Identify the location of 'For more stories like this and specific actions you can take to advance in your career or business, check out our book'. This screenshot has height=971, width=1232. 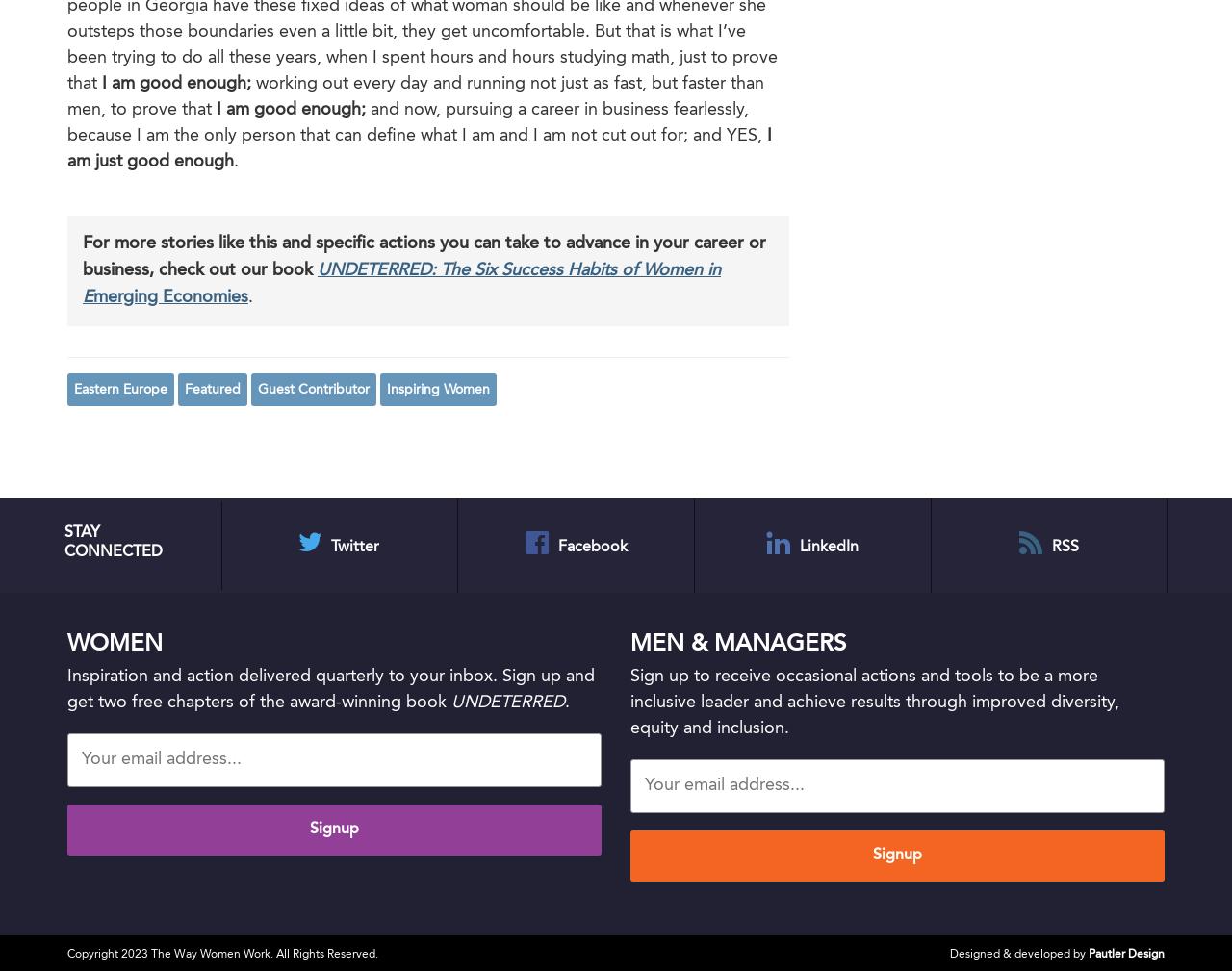
(82, 255).